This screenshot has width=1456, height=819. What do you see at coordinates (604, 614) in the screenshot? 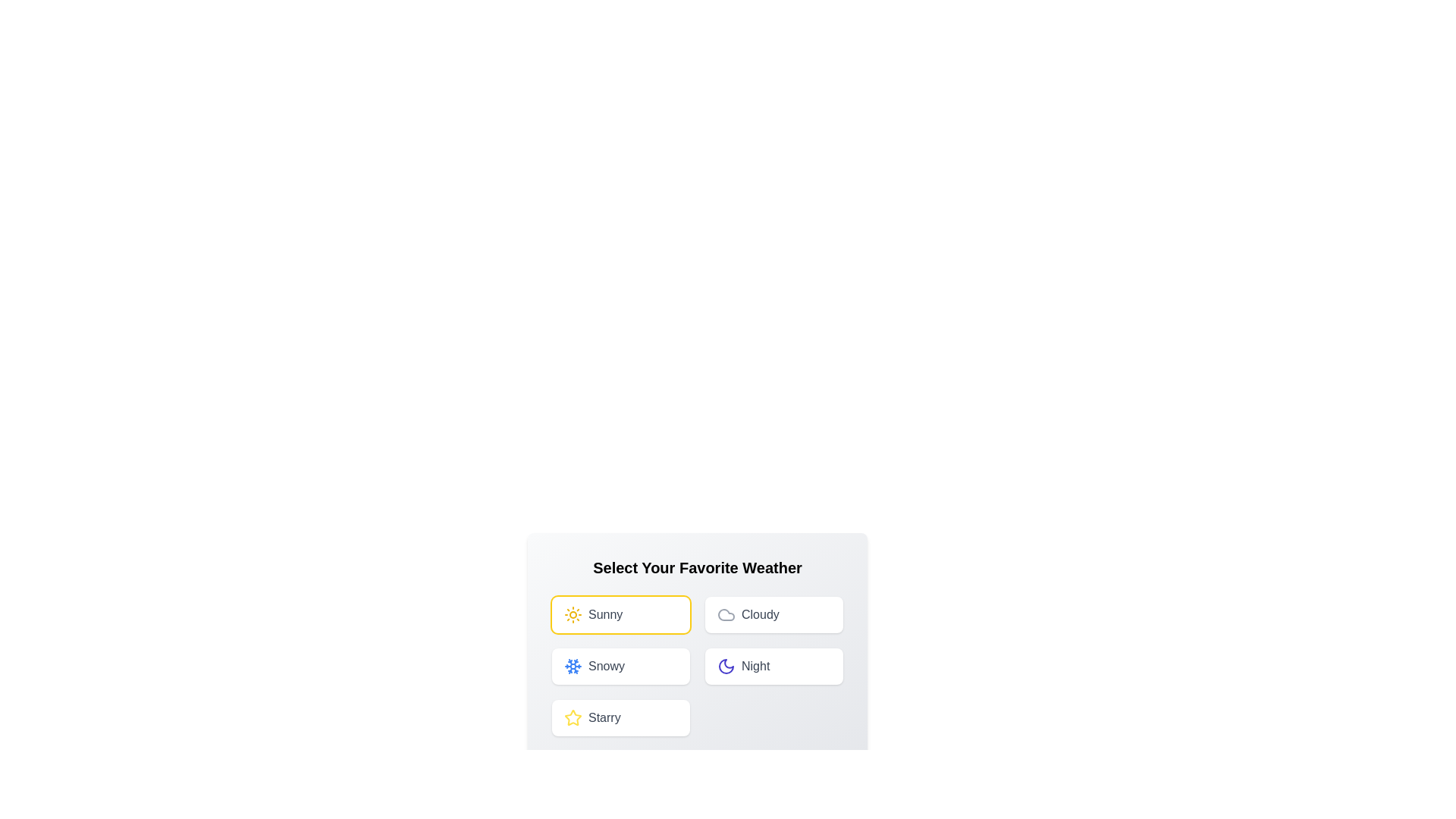
I see `the text label displaying 'Sunny', which is positioned within a rectangular selection box in the top-left quadrant of the layout under the heading 'Select Your Favorite Weather'` at bounding box center [604, 614].